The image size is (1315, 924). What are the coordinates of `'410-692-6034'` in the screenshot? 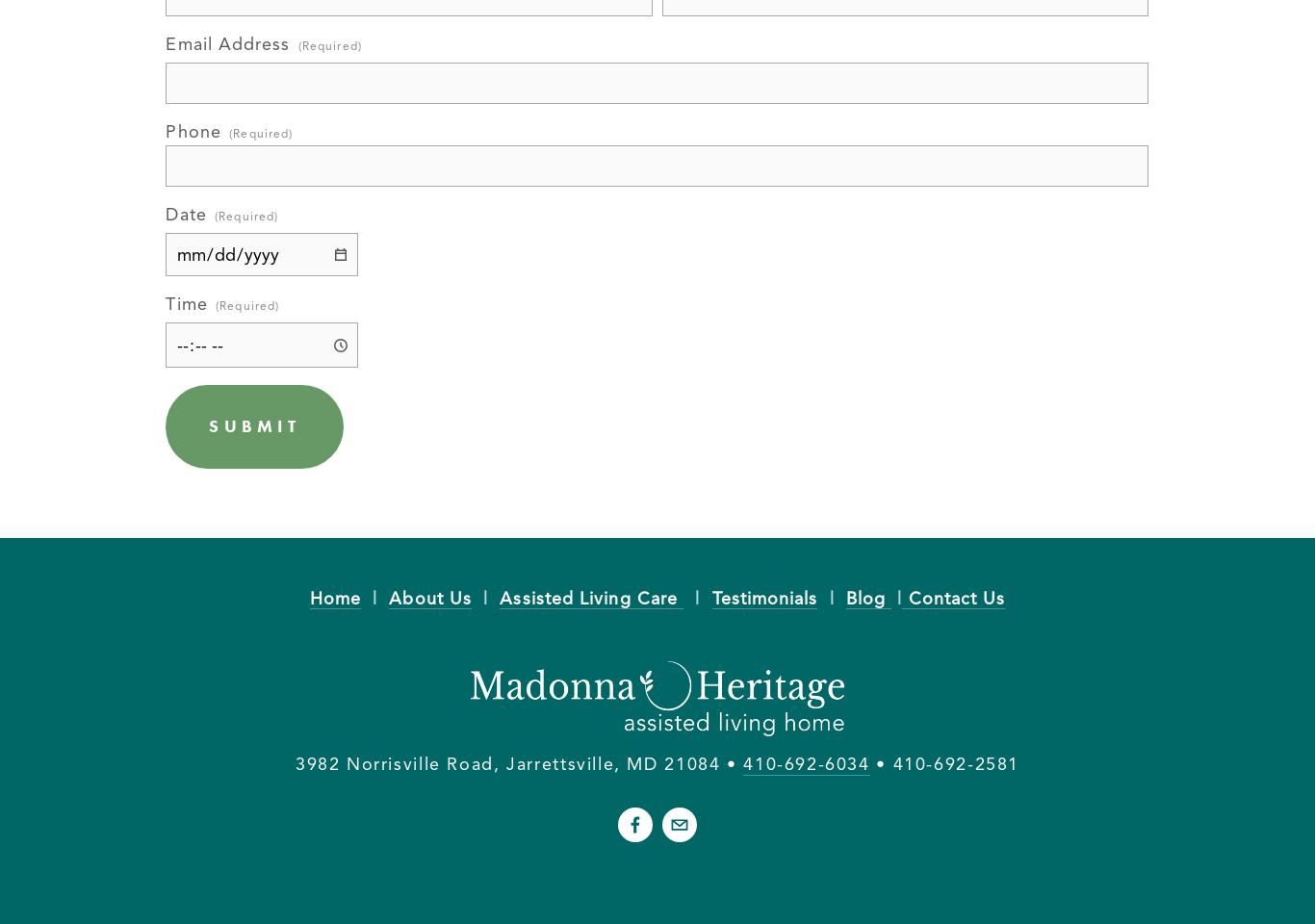 It's located at (805, 763).